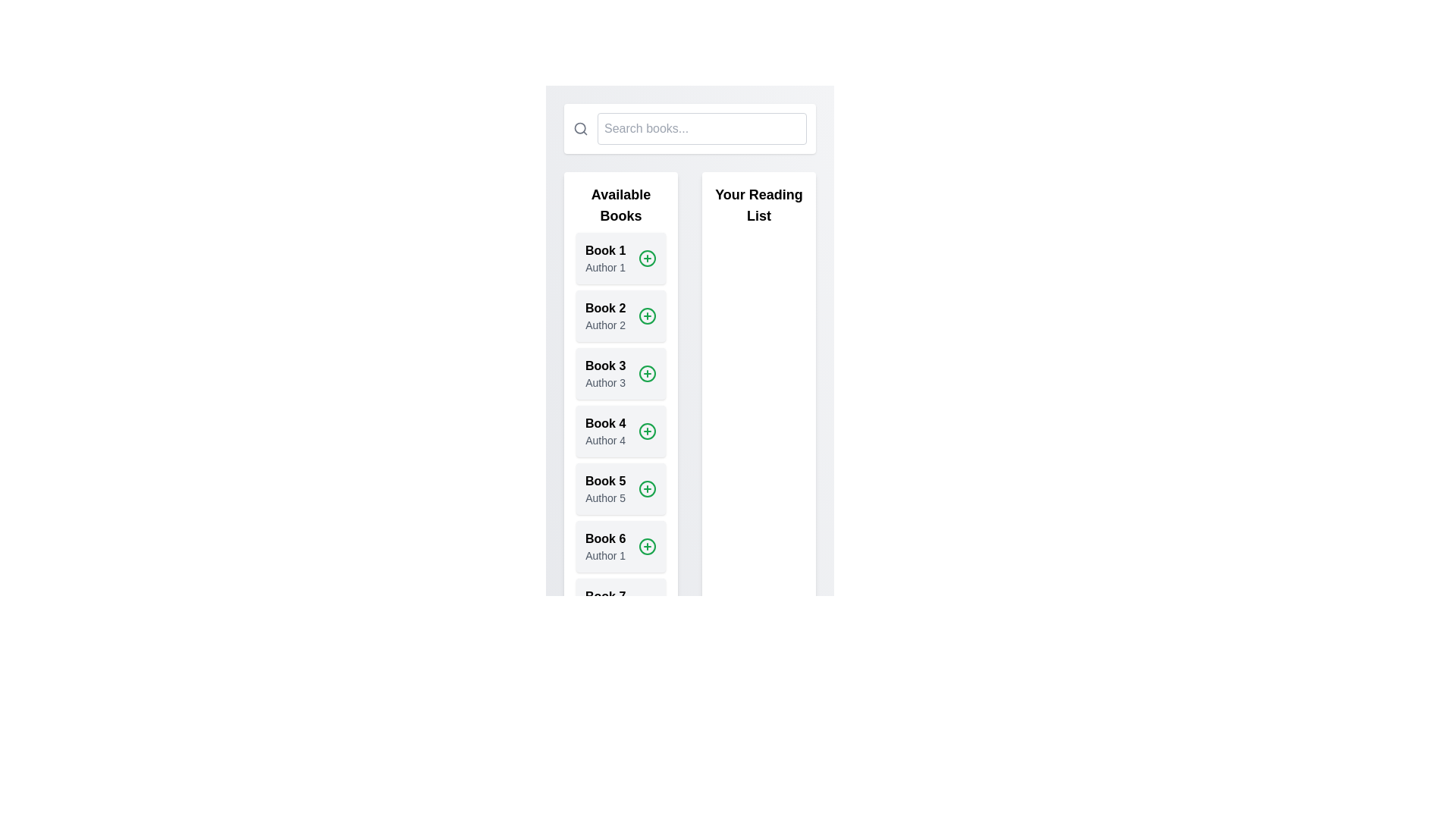 This screenshot has width=1456, height=819. What do you see at coordinates (604, 604) in the screenshot?
I see `the Text label/card element that displays 'Book 7' and 'Author 2'` at bounding box center [604, 604].